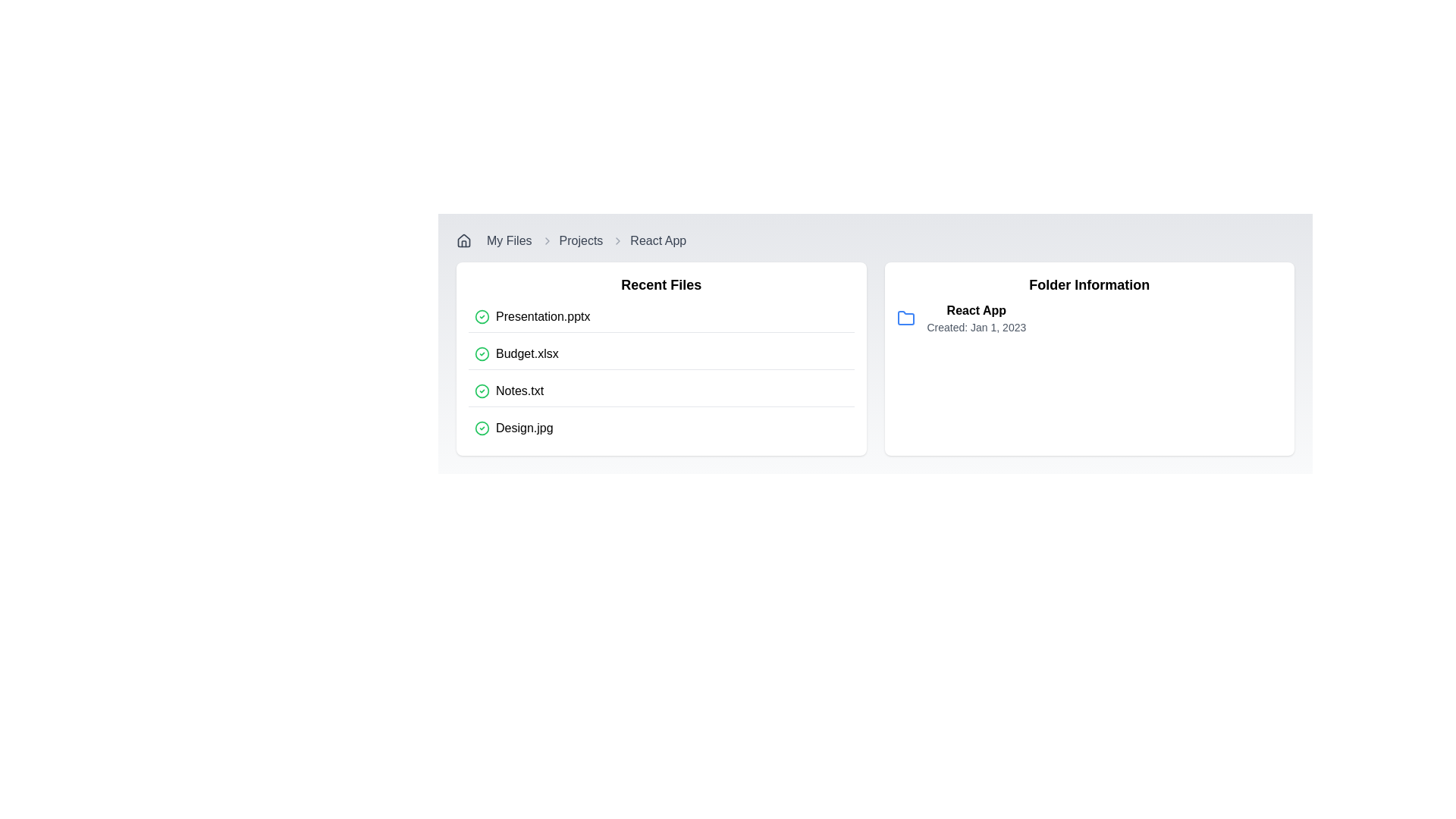  What do you see at coordinates (905, 318) in the screenshot?
I see `the folder icon representing the 'React App' project, which is located at the far left of the 'Folder Information' section, above the text 'React App Created: Jan 1, 2023.'` at bounding box center [905, 318].